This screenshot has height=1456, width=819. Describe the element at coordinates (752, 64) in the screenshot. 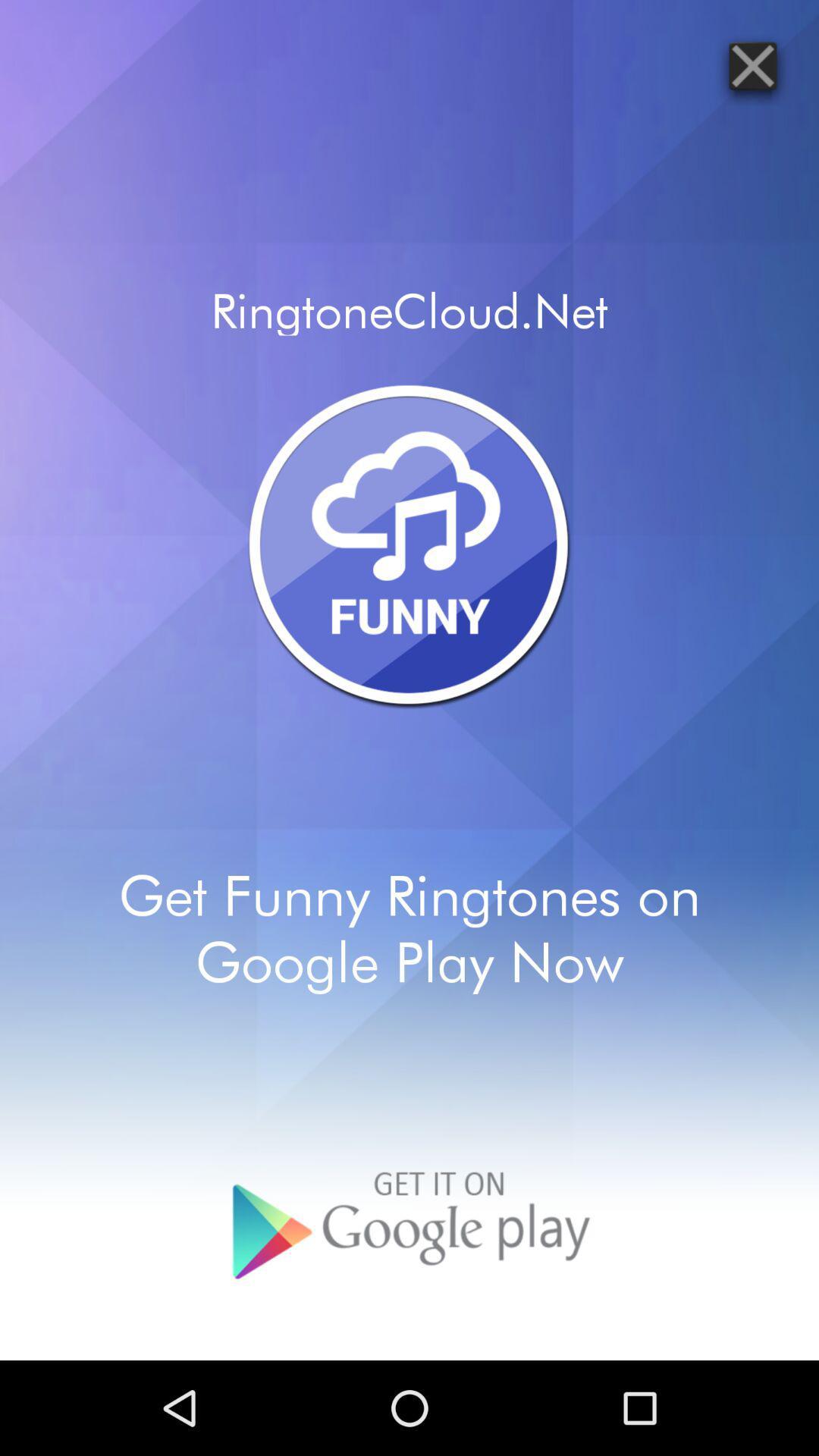

I see `exit this layout` at that location.